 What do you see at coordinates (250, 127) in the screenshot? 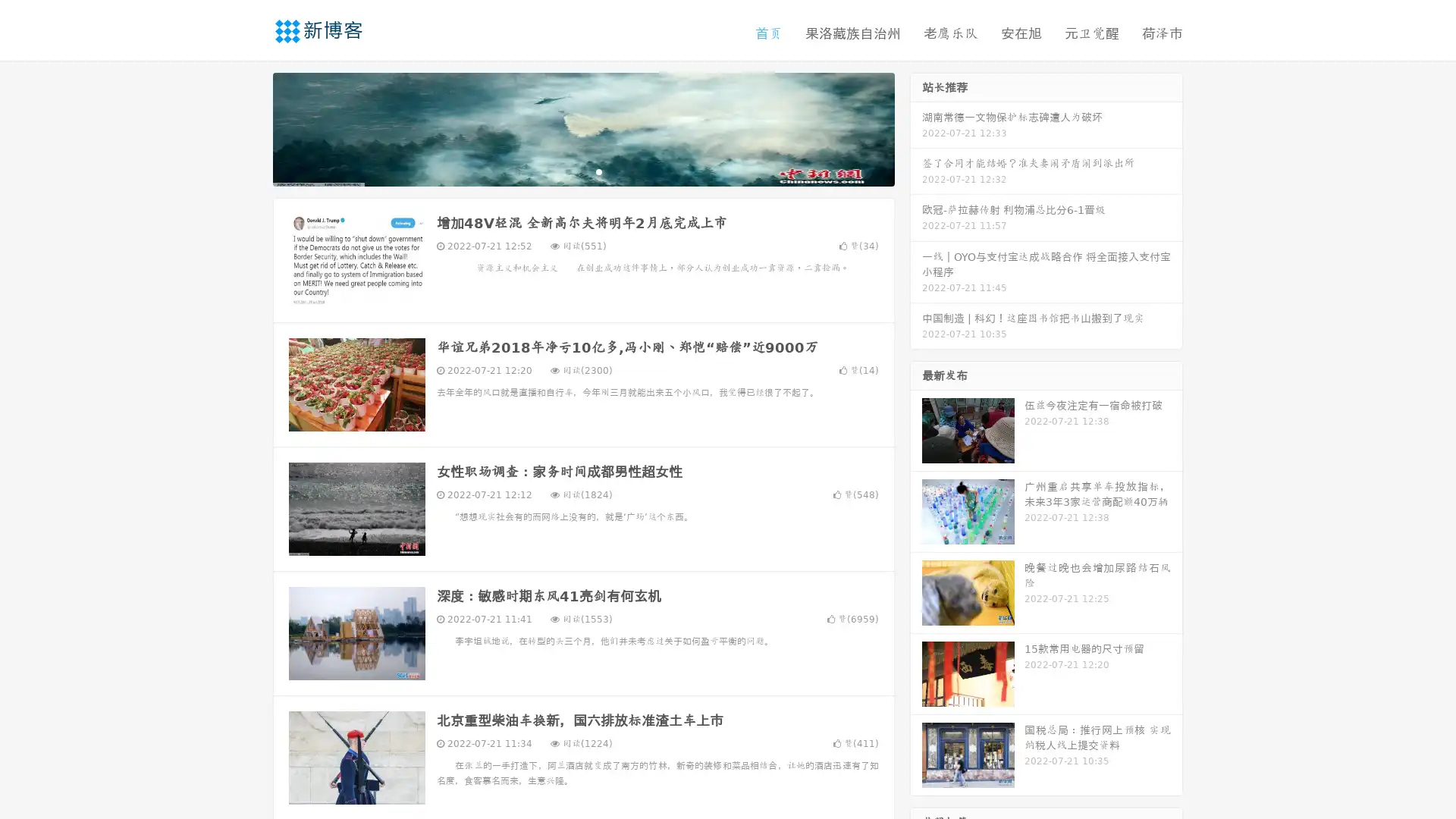
I see `Previous slide` at bounding box center [250, 127].